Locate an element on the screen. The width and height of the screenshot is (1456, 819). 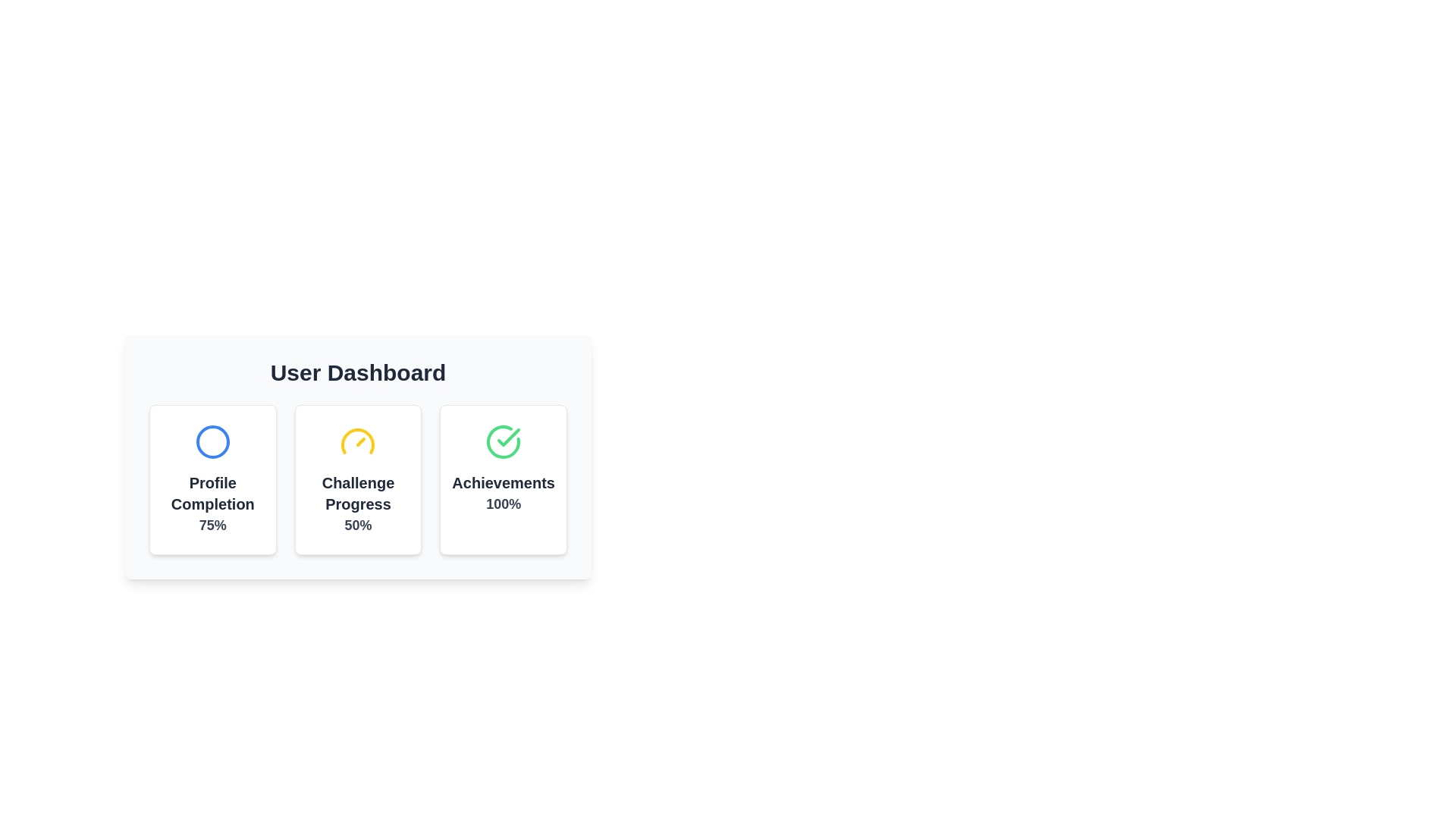
the '50%' progress percentage text located centrally below the 'Challenge Progress' heading within the 'Challenge Progress' card on the user dashboard is located at coordinates (357, 525).